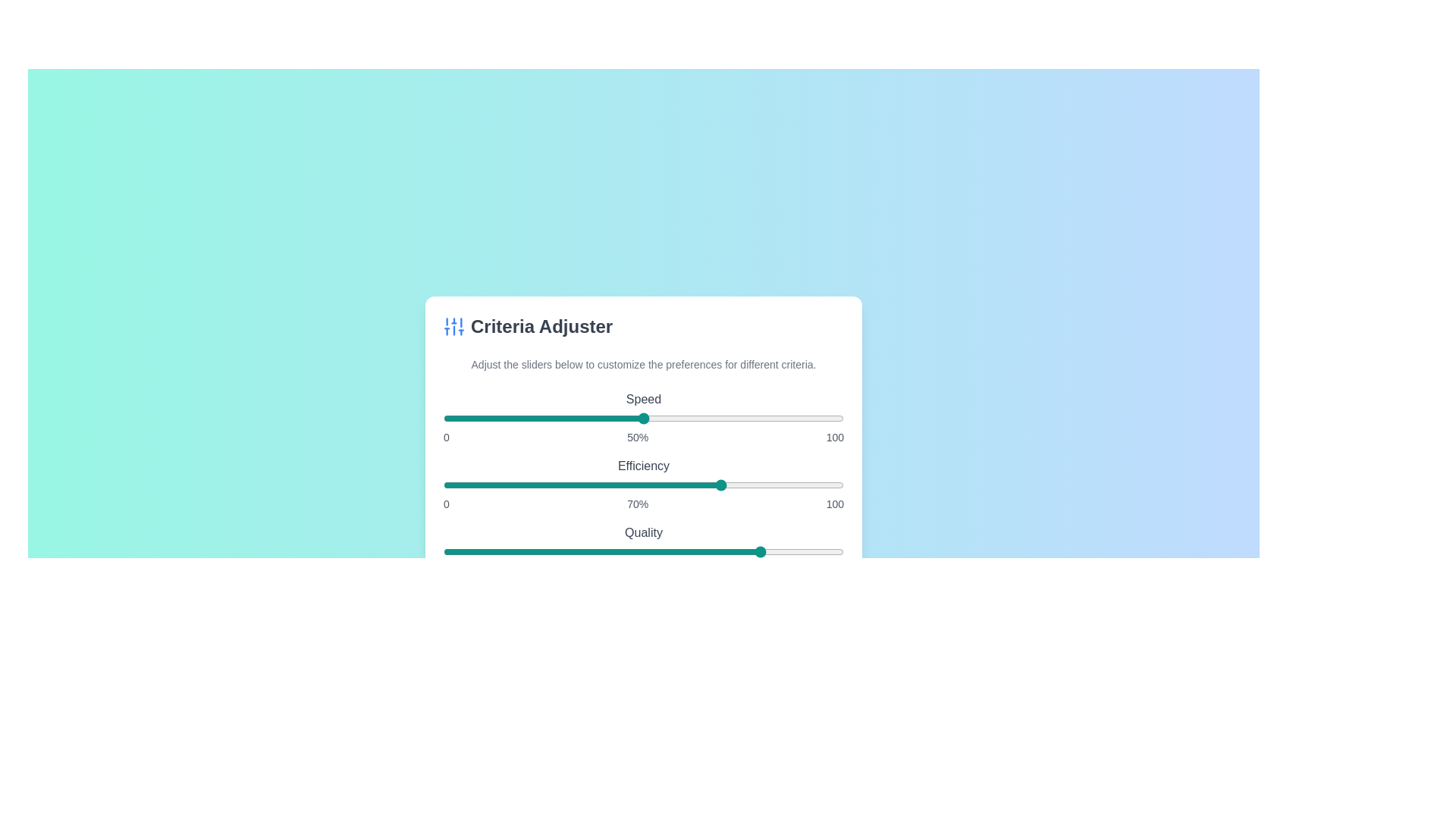  I want to click on the 'Quality' slider to set its value to 2, so click(450, 552).